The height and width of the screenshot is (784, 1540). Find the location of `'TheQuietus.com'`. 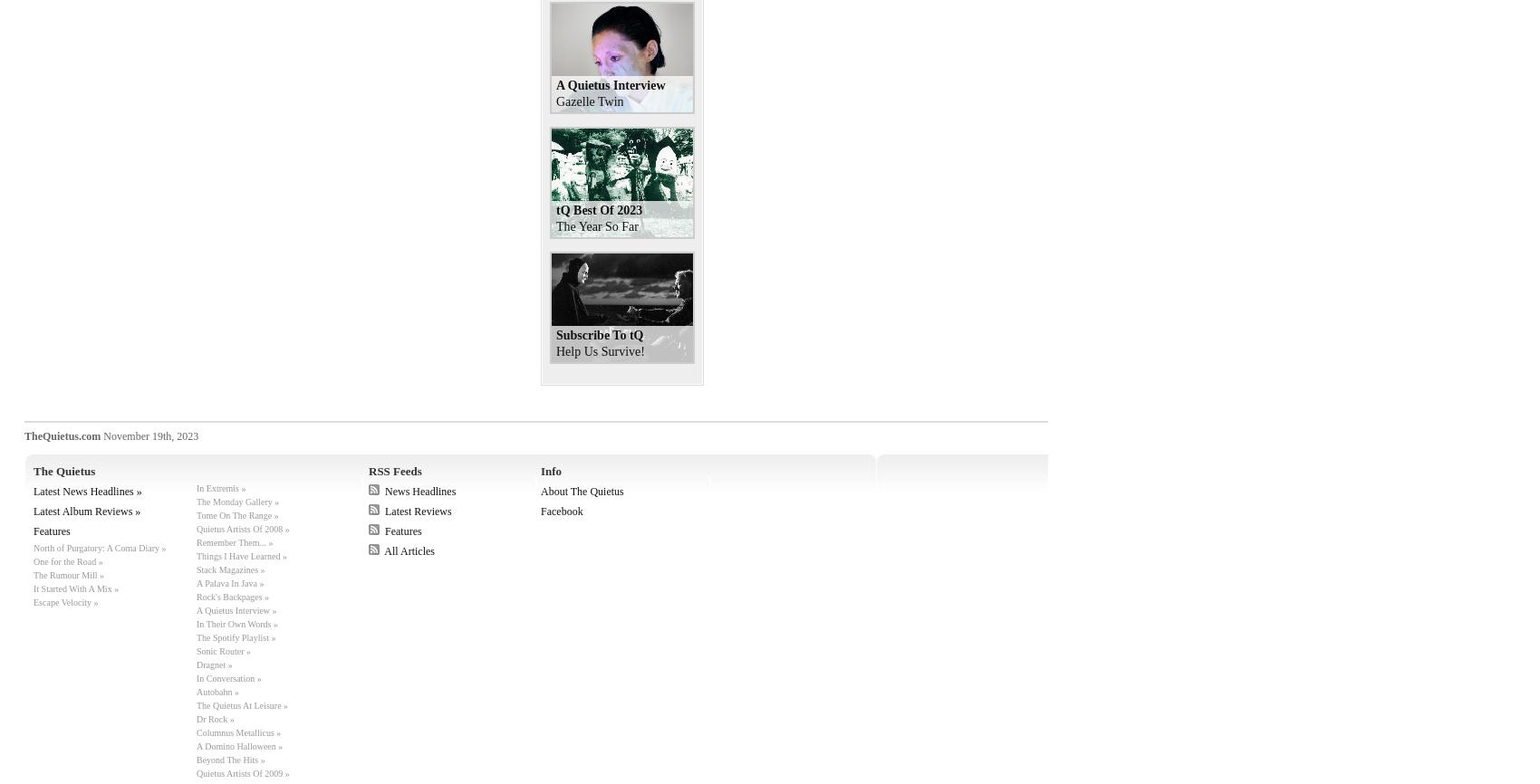

'TheQuietus.com' is located at coordinates (63, 436).